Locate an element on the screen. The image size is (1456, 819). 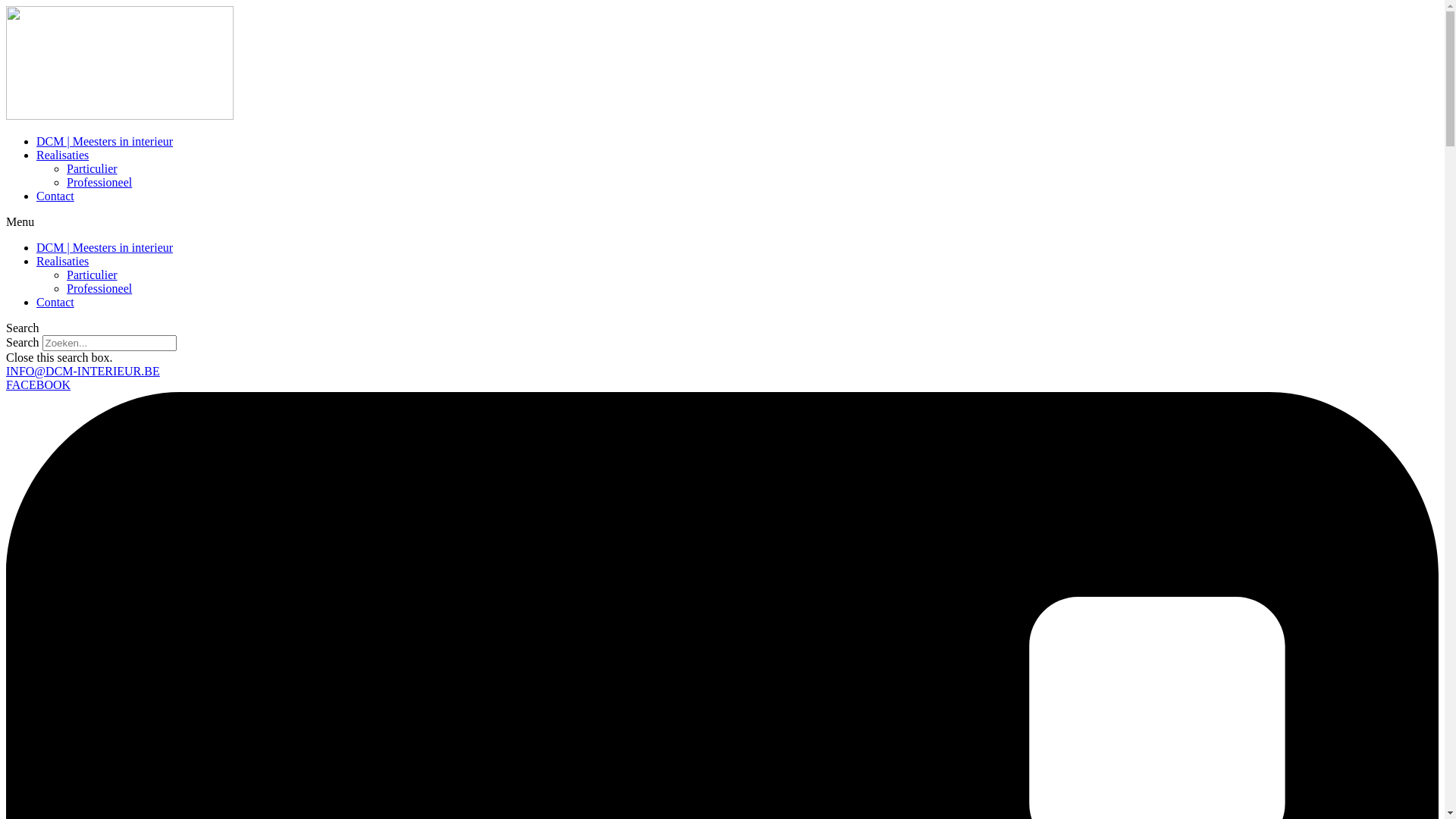
'FACEBOOK' is located at coordinates (6, 384).